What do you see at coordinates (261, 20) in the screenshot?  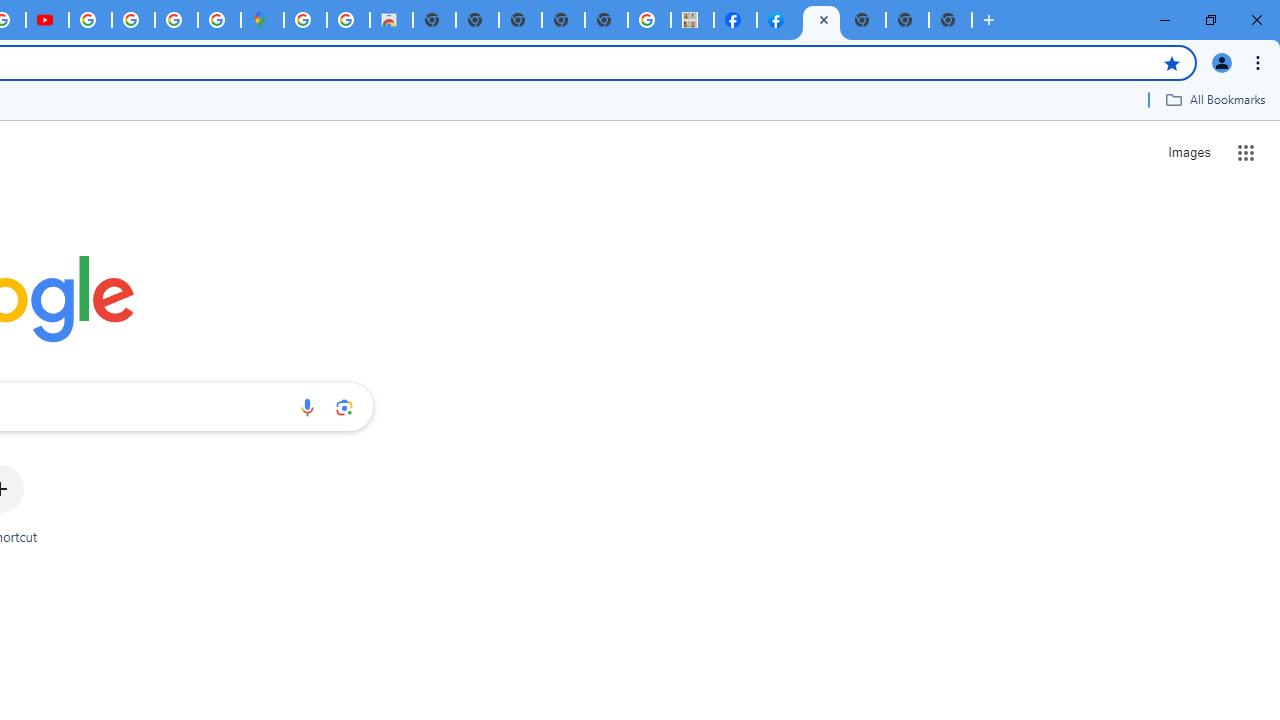 I see `'Google Maps'` at bounding box center [261, 20].